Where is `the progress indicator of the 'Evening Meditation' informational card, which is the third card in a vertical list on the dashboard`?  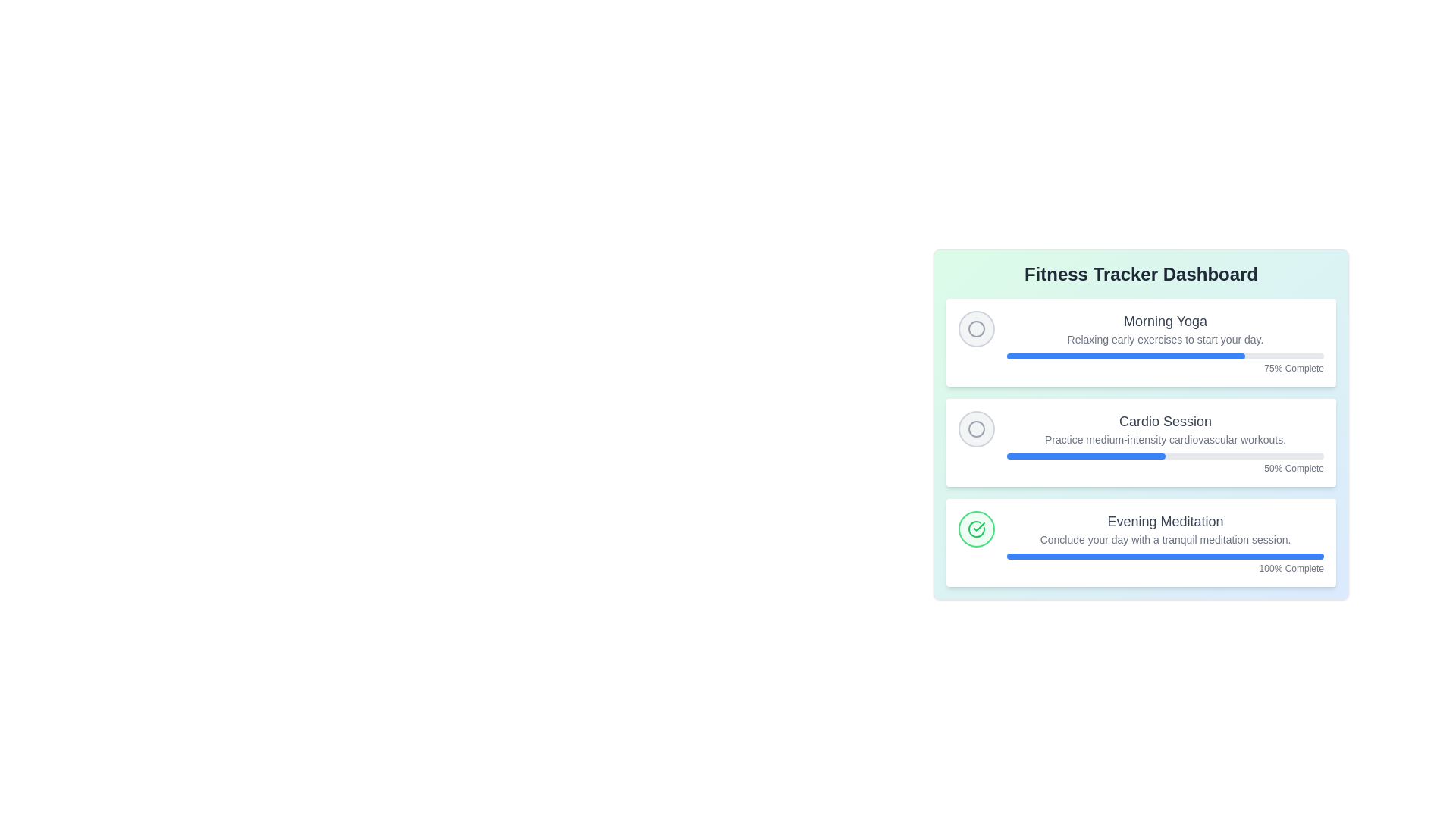 the progress indicator of the 'Evening Meditation' informational card, which is the third card in a vertical list on the dashboard is located at coordinates (1164, 542).